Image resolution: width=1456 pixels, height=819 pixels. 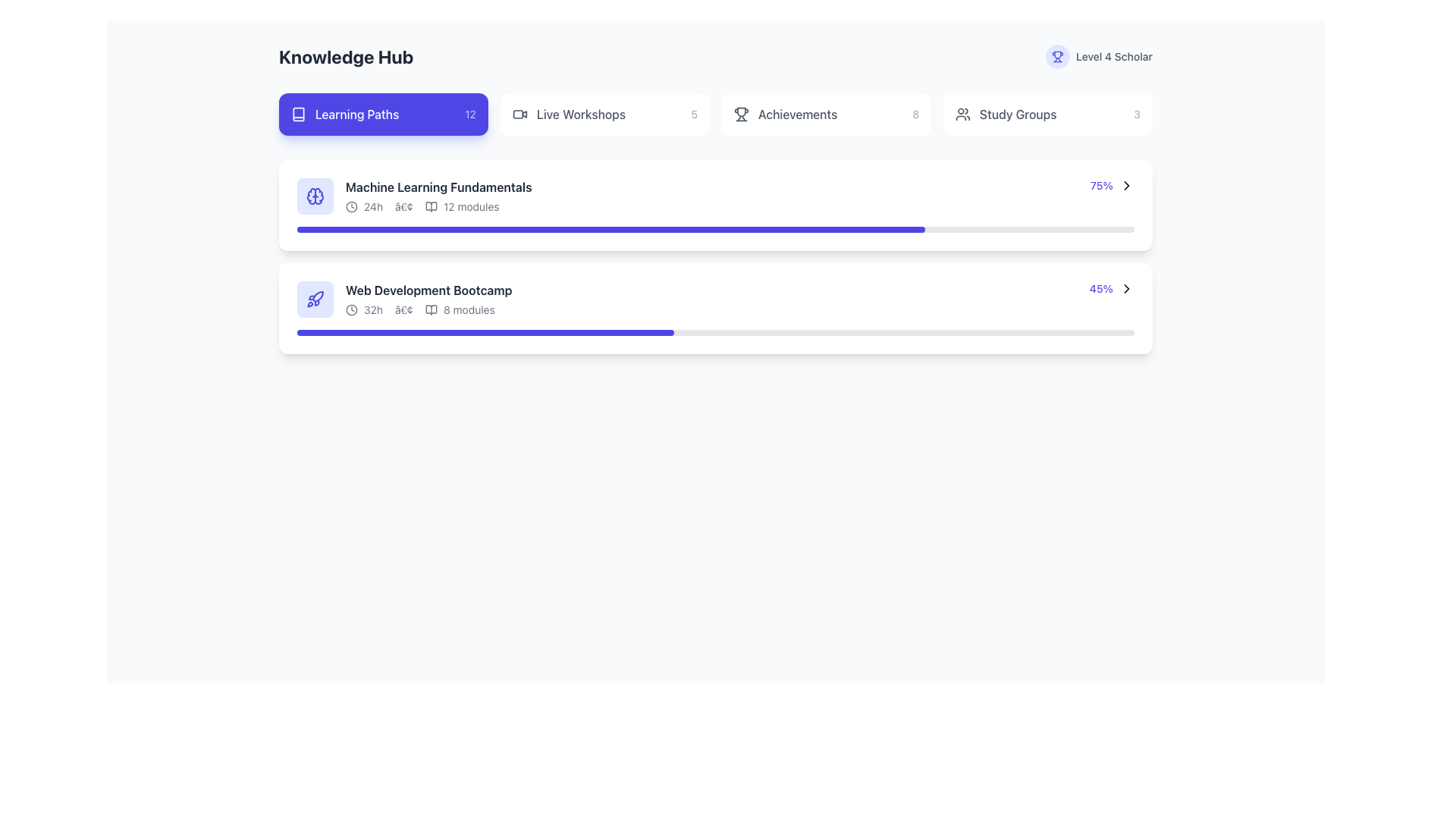 I want to click on text label displaying the duration of the task 'Machine Learning Fundamentals', which is the first numeric value following a clock icon, so click(x=373, y=207).